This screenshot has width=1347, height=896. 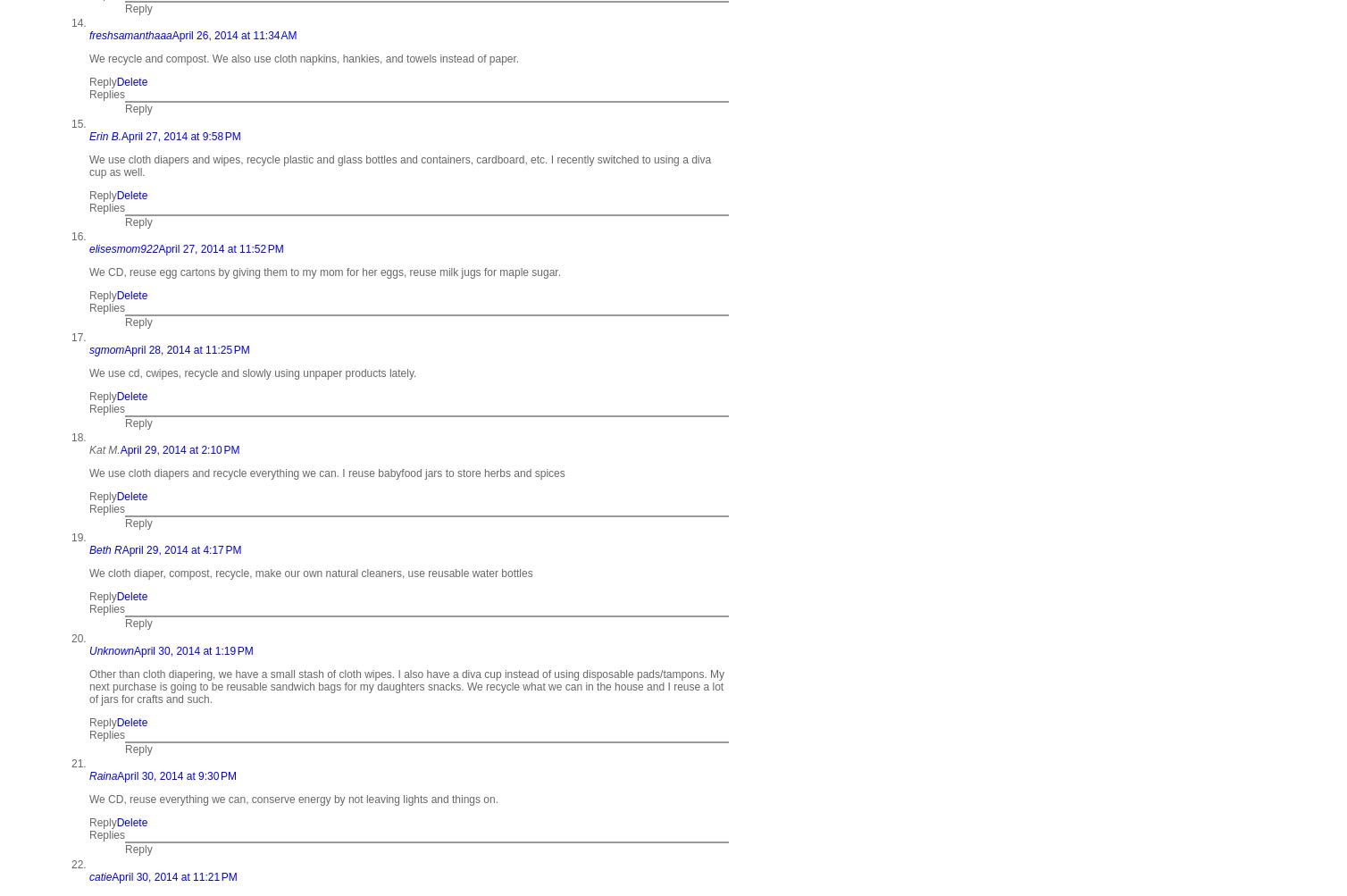 What do you see at coordinates (310, 574) in the screenshot?
I see `'We cloth diaper, compost, recycle, make our own natural cleaners, use reusable water bottles'` at bounding box center [310, 574].